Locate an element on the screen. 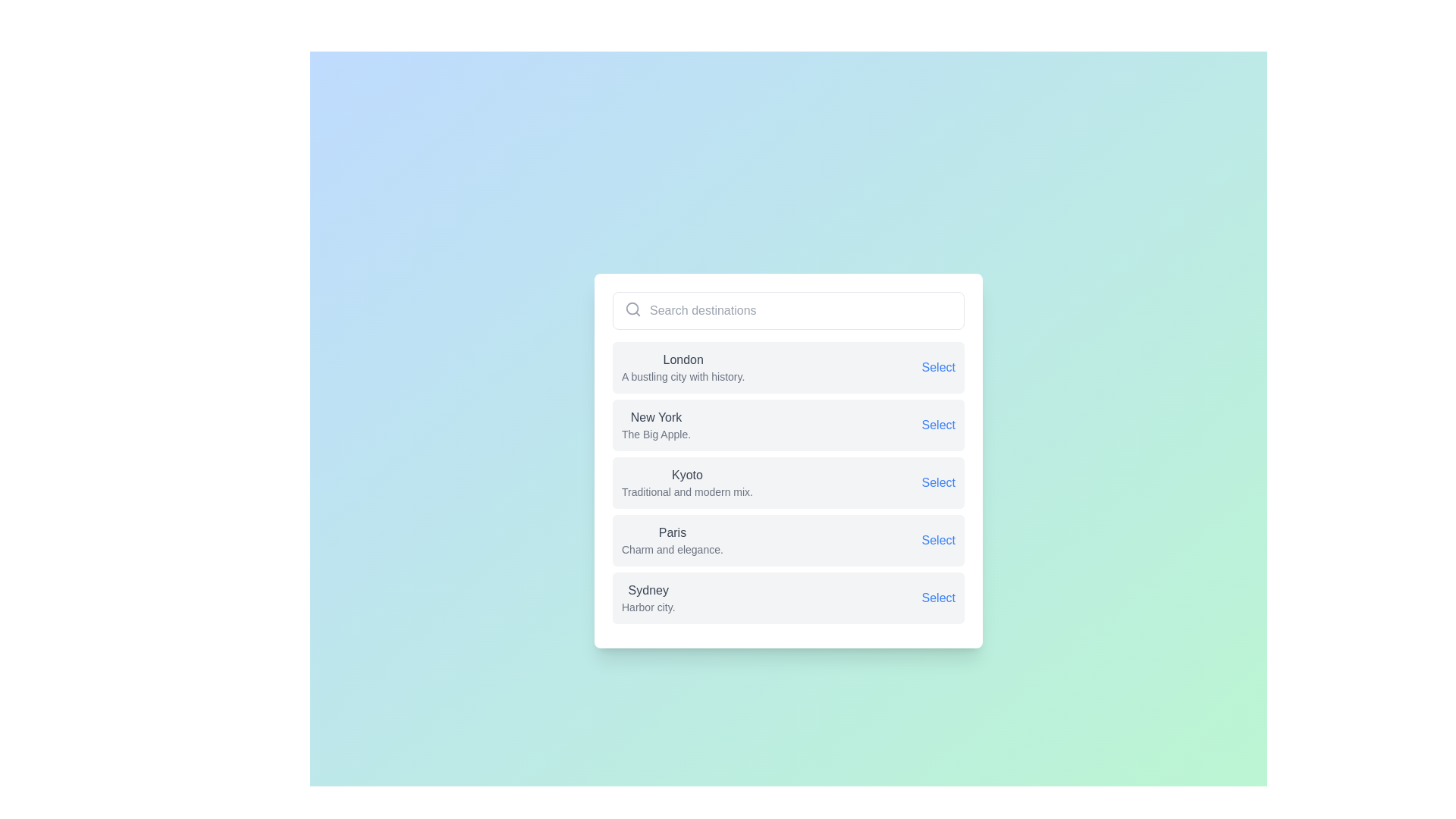  descriptive text composite displaying 'Paris' with the description 'Charm and elegance.' which is part of a list item between 'Kyoto' and 'Sydney' is located at coordinates (671, 540).